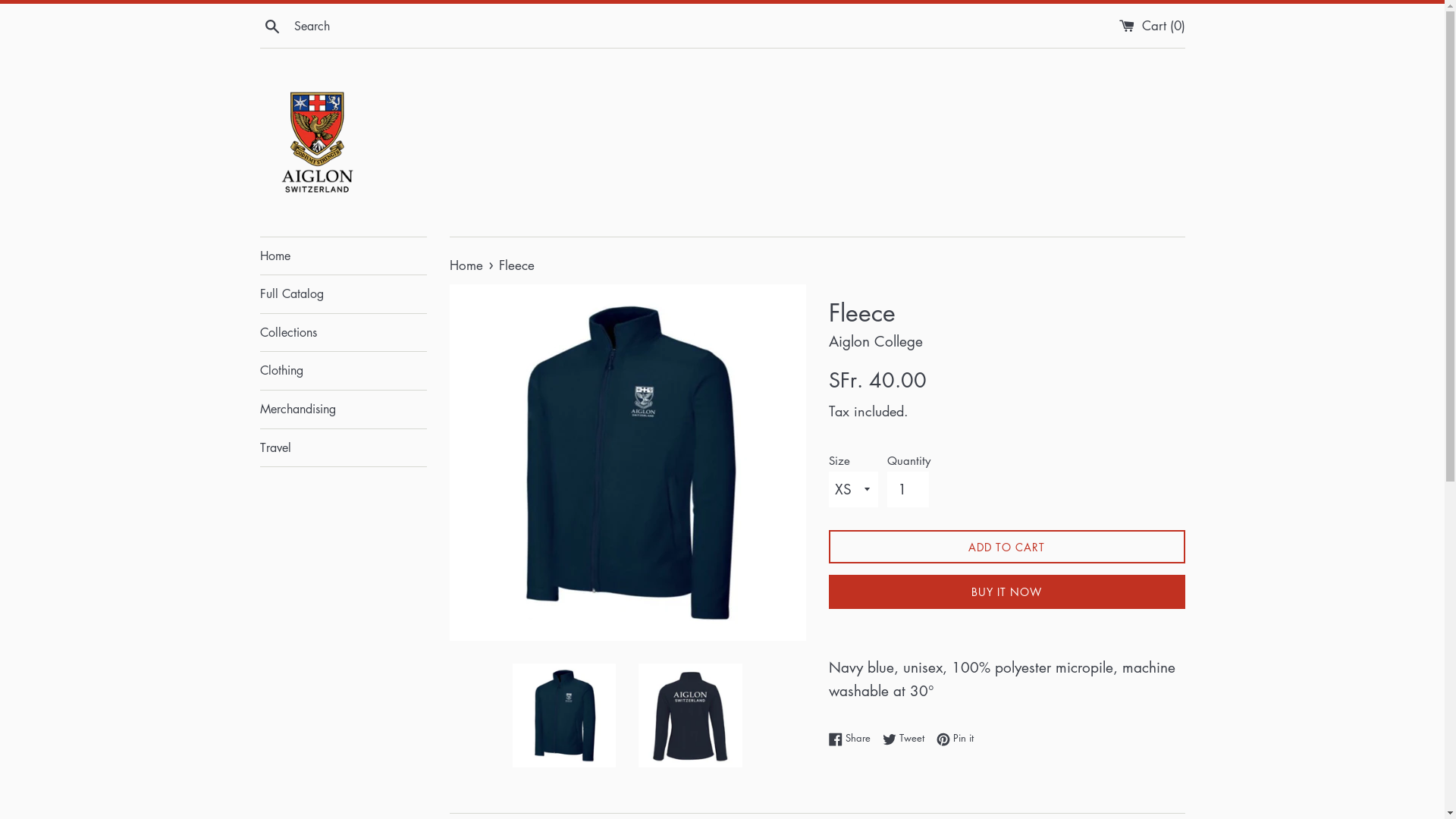 This screenshot has width=1456, height=819. I want to click on 'Travel', so click(341, 447).